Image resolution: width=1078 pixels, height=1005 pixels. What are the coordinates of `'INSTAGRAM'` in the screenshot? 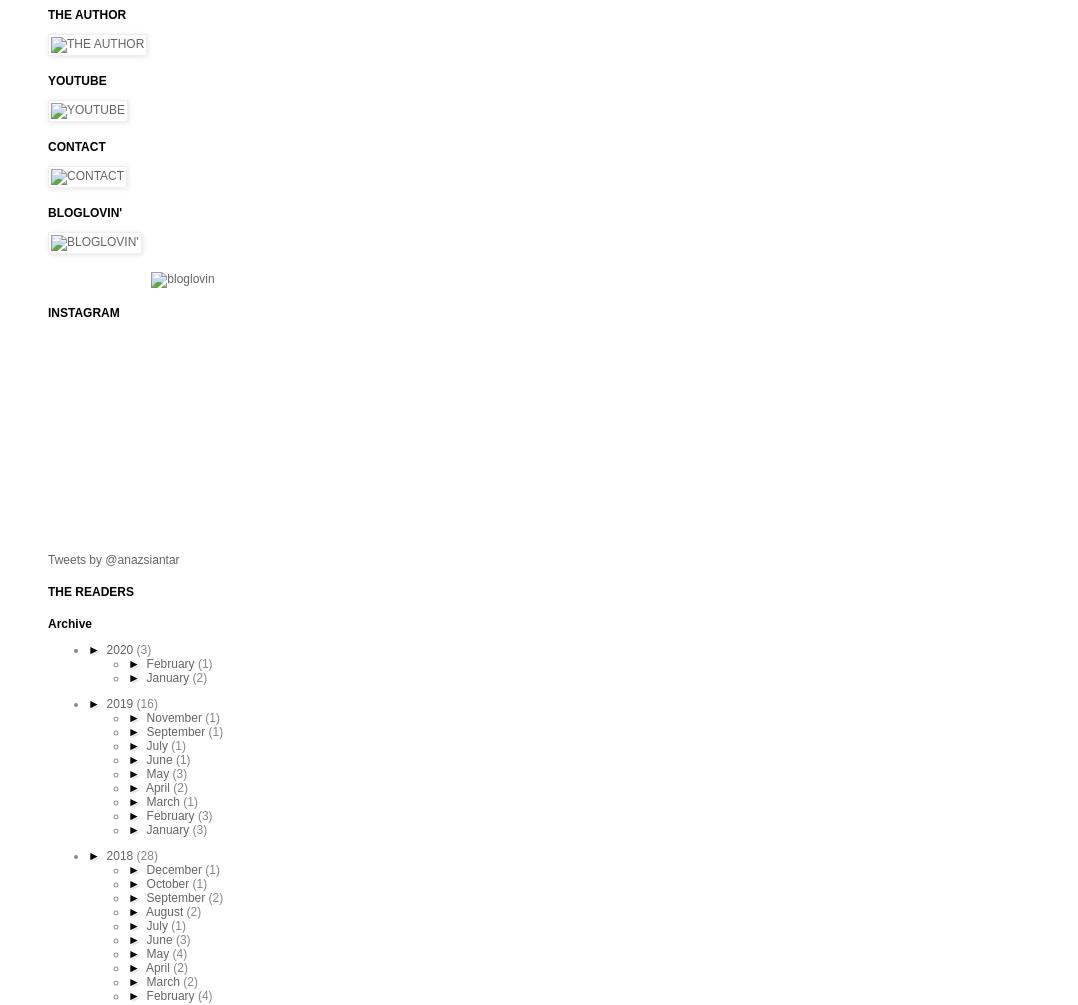 It's located at (82, 310).